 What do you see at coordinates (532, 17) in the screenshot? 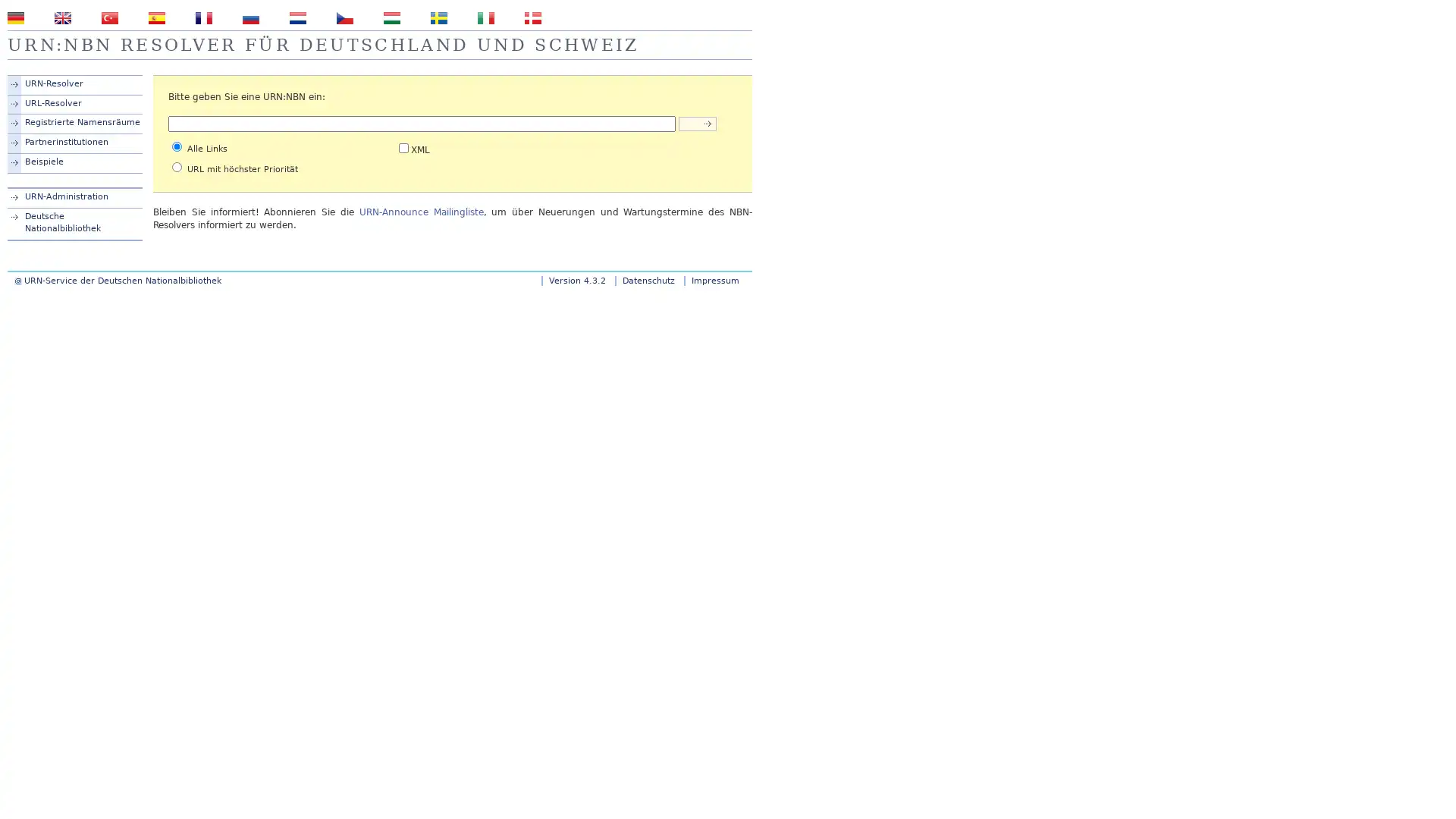
I see `dk` at bounding box center [532, 17].